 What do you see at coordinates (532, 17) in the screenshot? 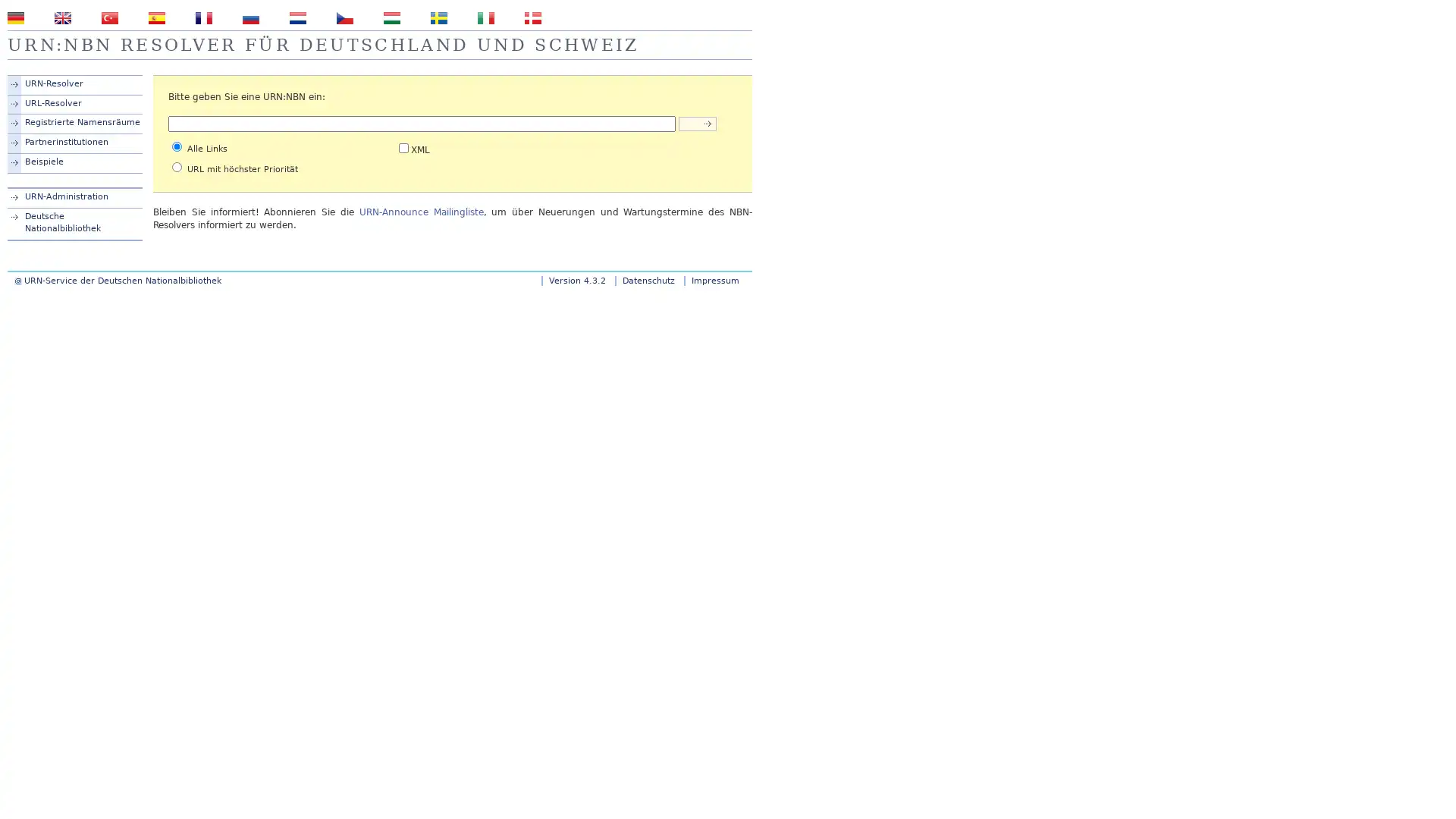
I see `dk` at bounding box center [532, 17].